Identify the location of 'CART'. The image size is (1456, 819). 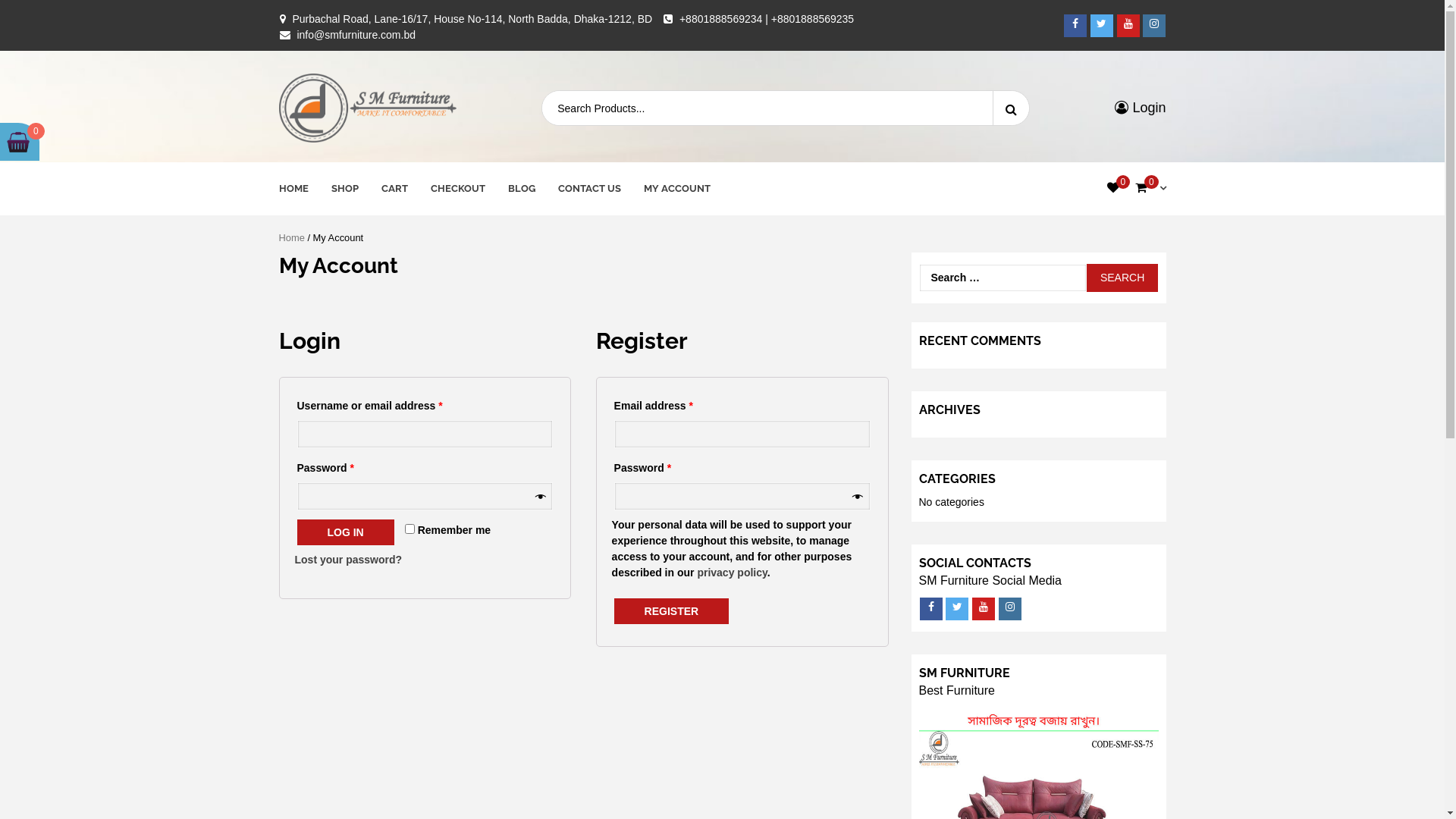
(381, 188).